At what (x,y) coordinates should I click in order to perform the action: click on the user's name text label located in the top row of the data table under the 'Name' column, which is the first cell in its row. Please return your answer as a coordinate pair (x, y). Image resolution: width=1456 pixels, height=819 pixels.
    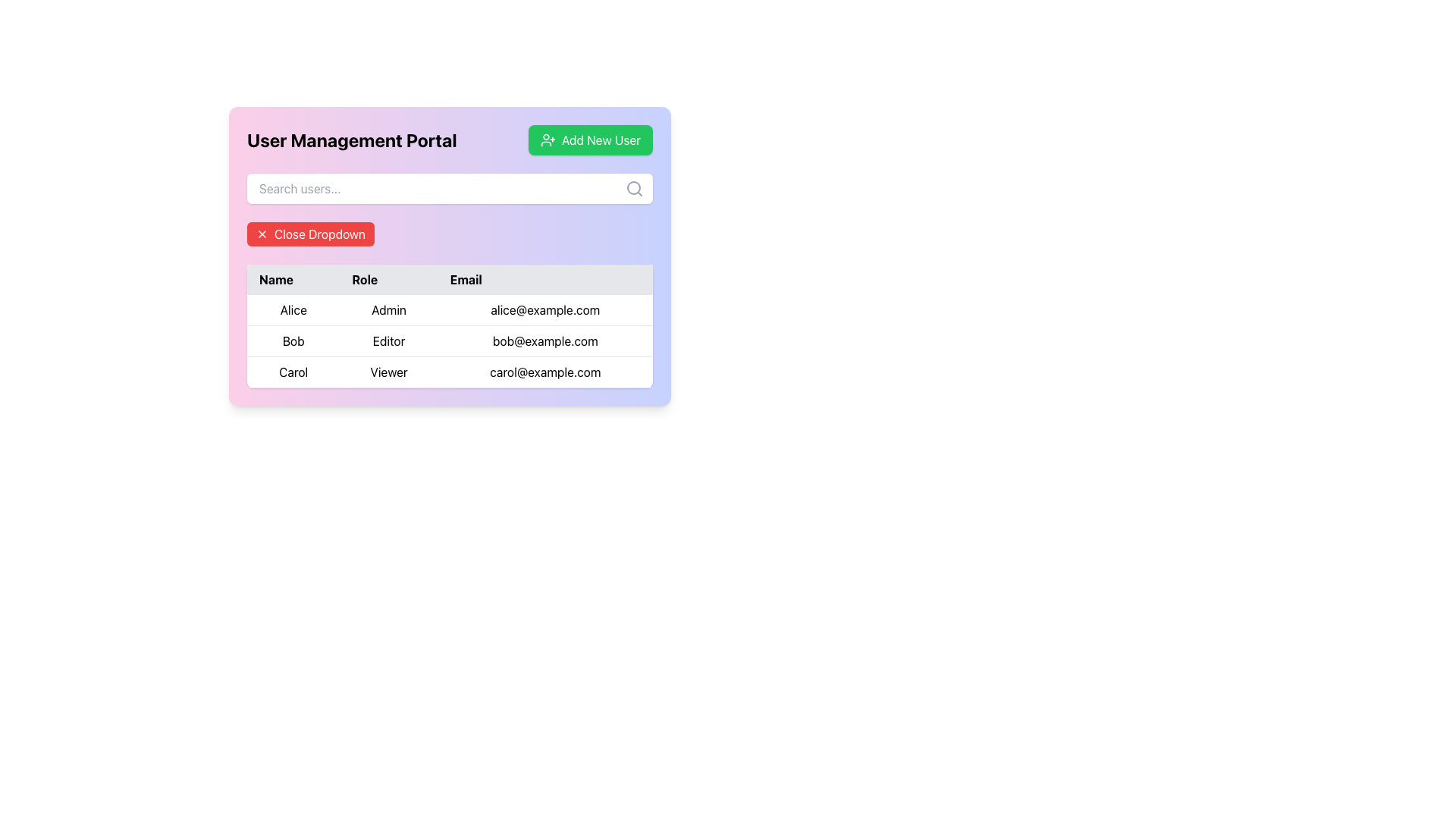
    Looking at the image, I should click on (293, 309).